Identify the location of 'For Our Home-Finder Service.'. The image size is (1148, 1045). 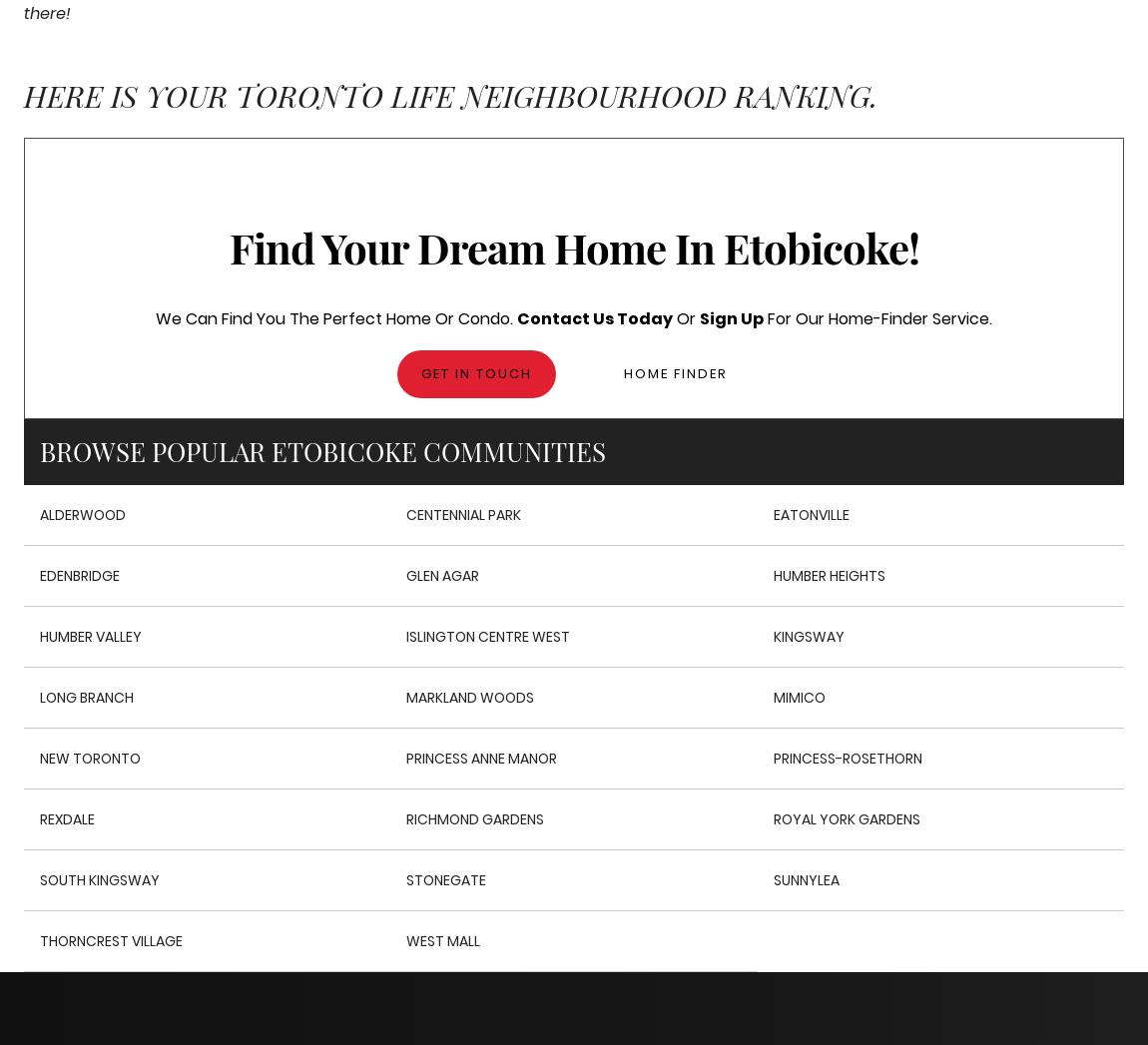
(762, 317).